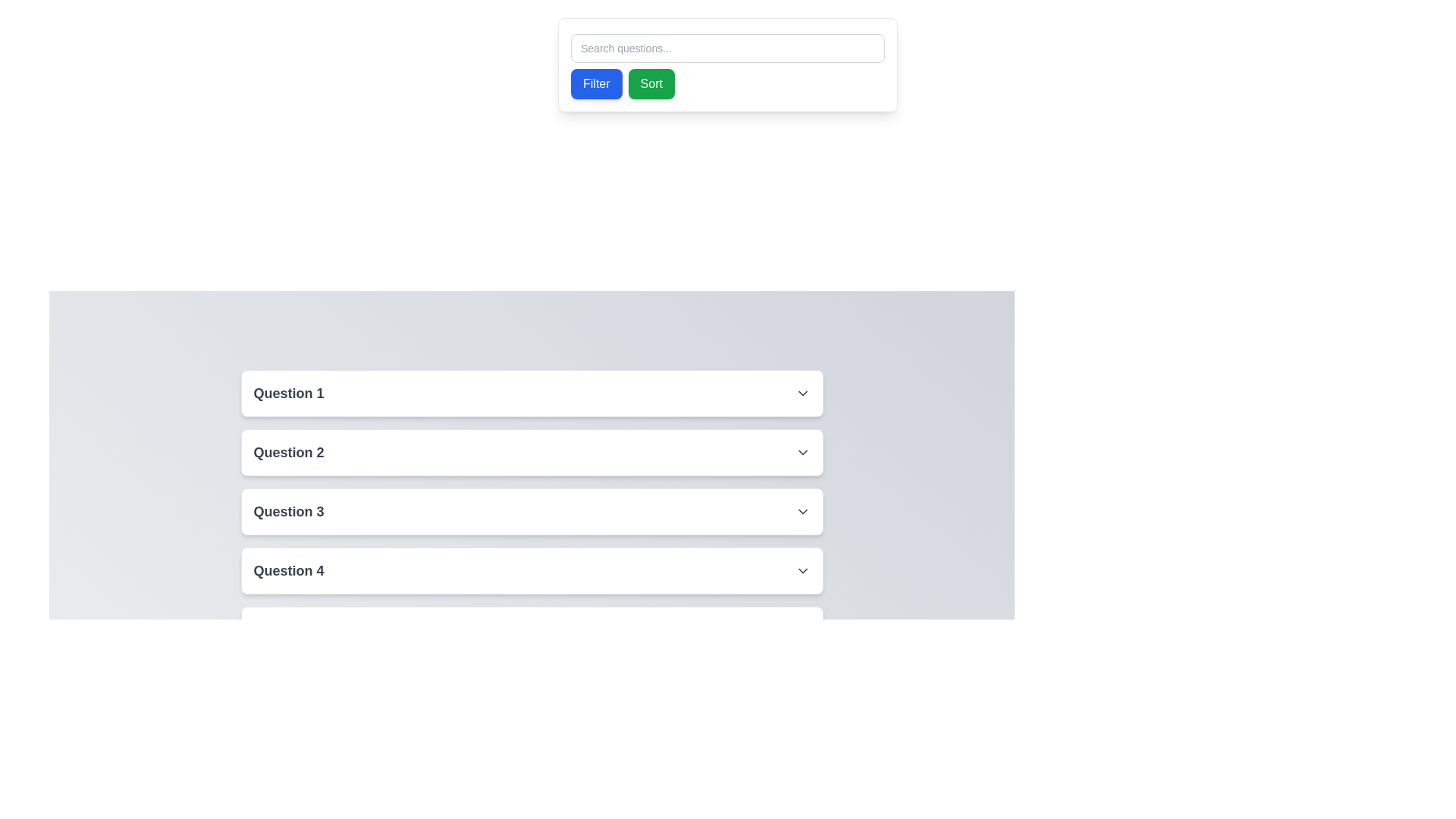 The height and width of the screenshot is (819, 1456). What do you see at coordinates (802, 452) in the screenshot?
I see `the interactive icon located at the far-right side of the 'Question 2' entry` at bounding box center [802, 452].